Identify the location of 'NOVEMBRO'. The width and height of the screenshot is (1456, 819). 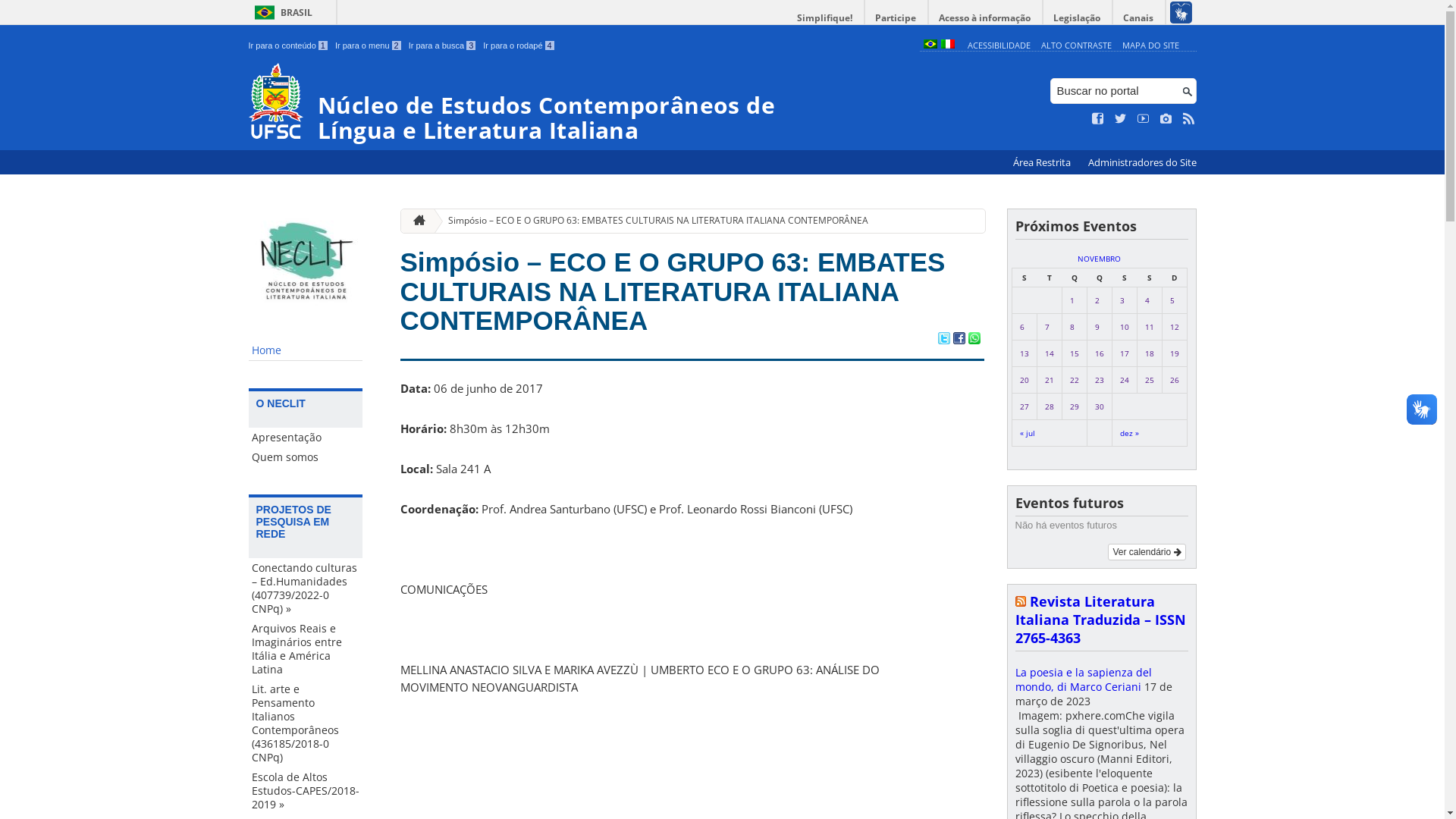
(1076, 257).